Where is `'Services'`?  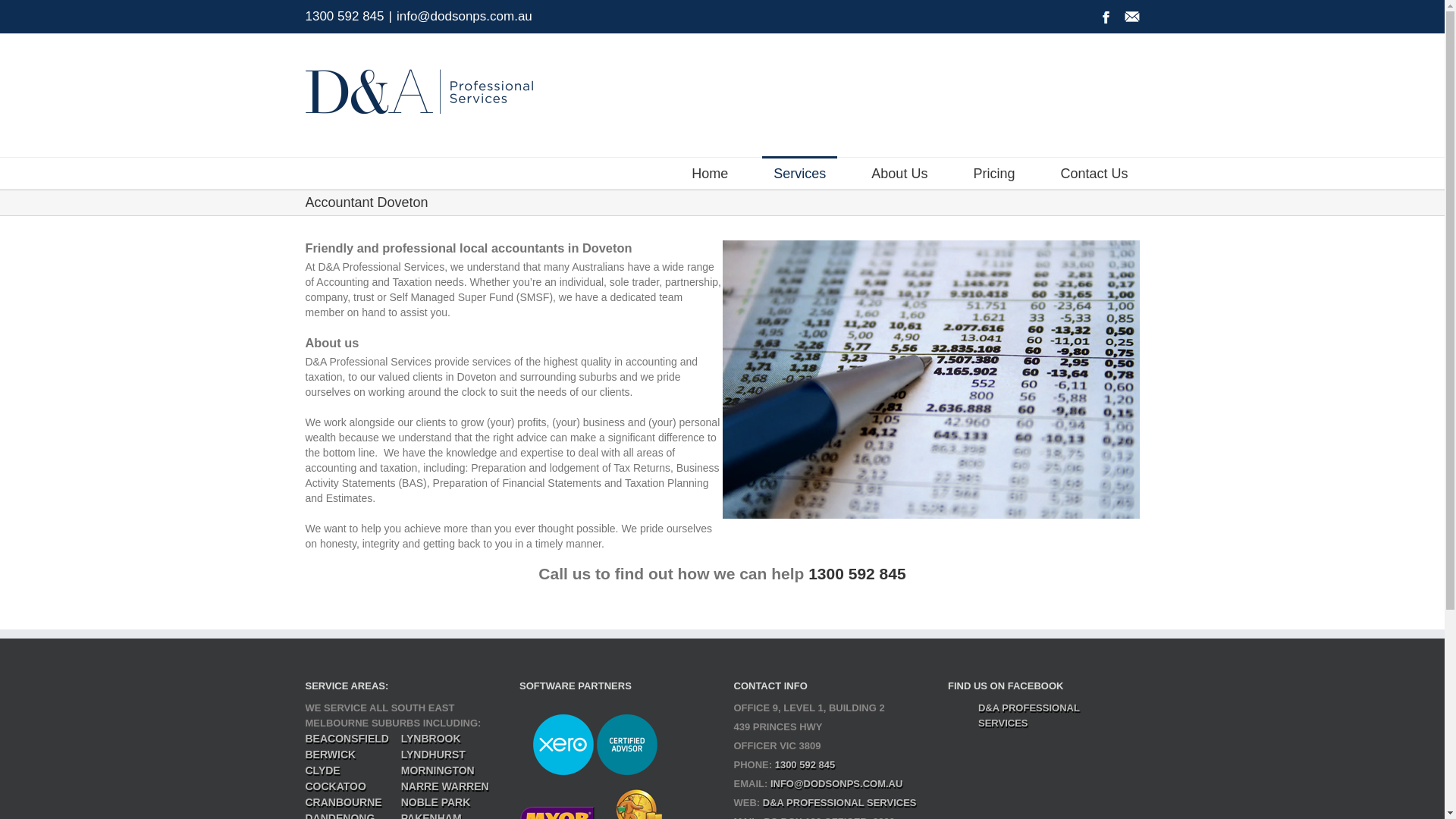
'Services' is located at coordinates (799, 171).